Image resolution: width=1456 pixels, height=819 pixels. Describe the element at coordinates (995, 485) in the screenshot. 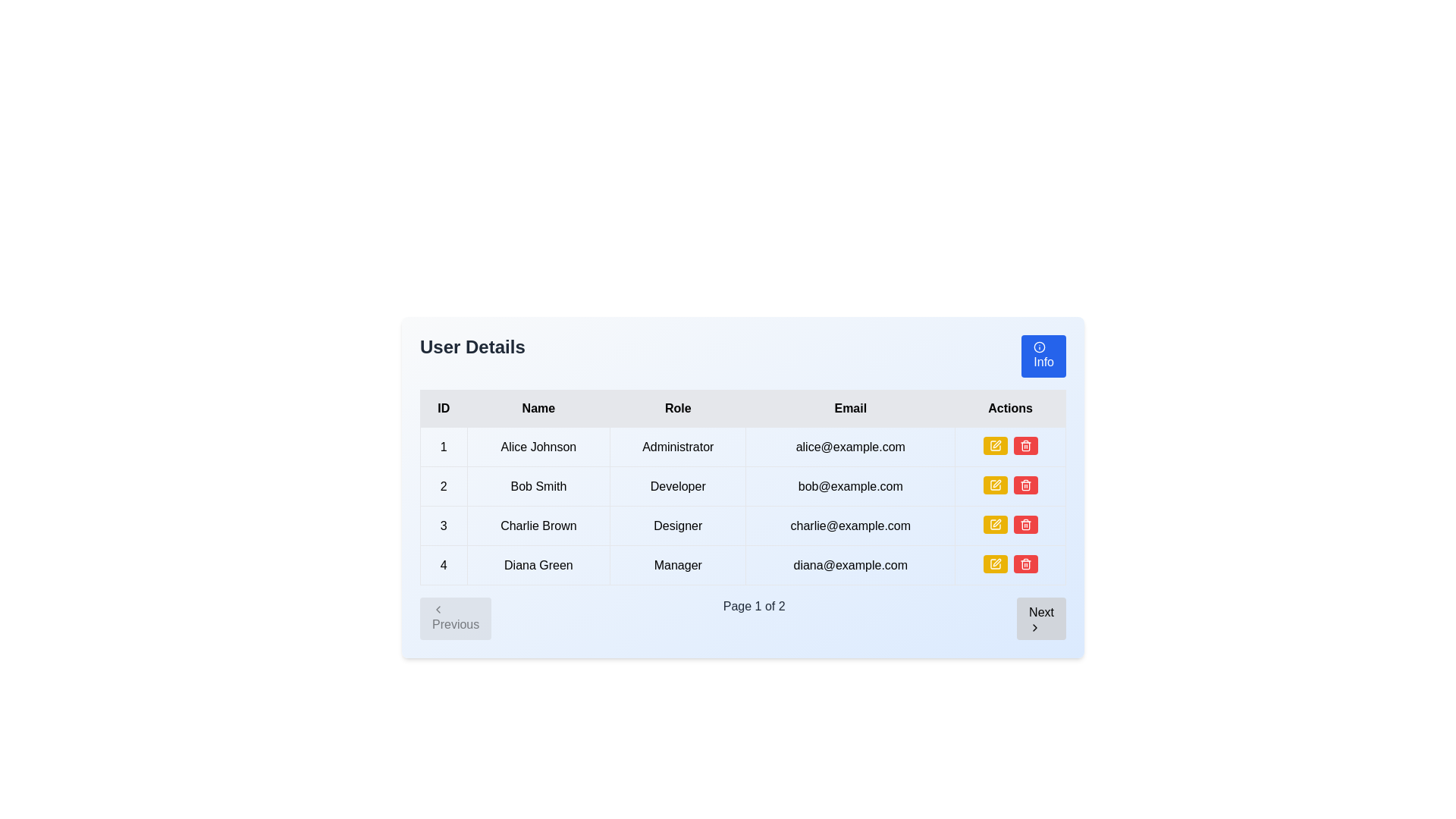

I see `the square-shaped edit icon with a pen inside it, located in the fourth row of the Actions column, to initiate editing` at that location.